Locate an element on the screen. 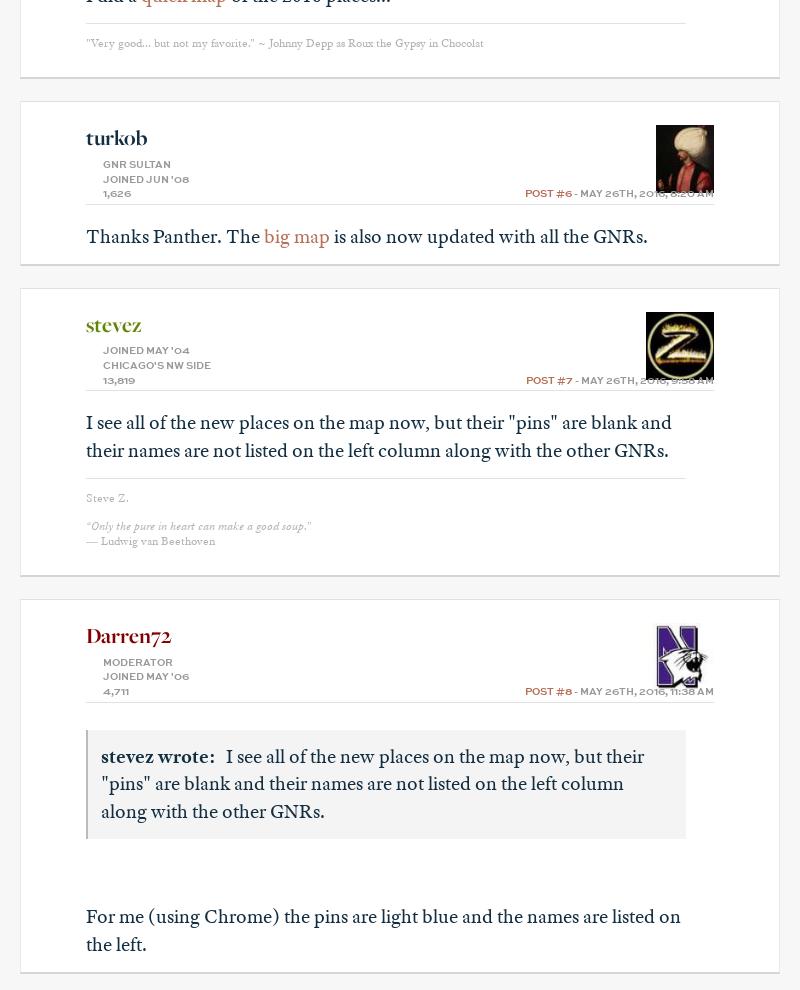  'Post #6' is located at coordinates (548, 194).